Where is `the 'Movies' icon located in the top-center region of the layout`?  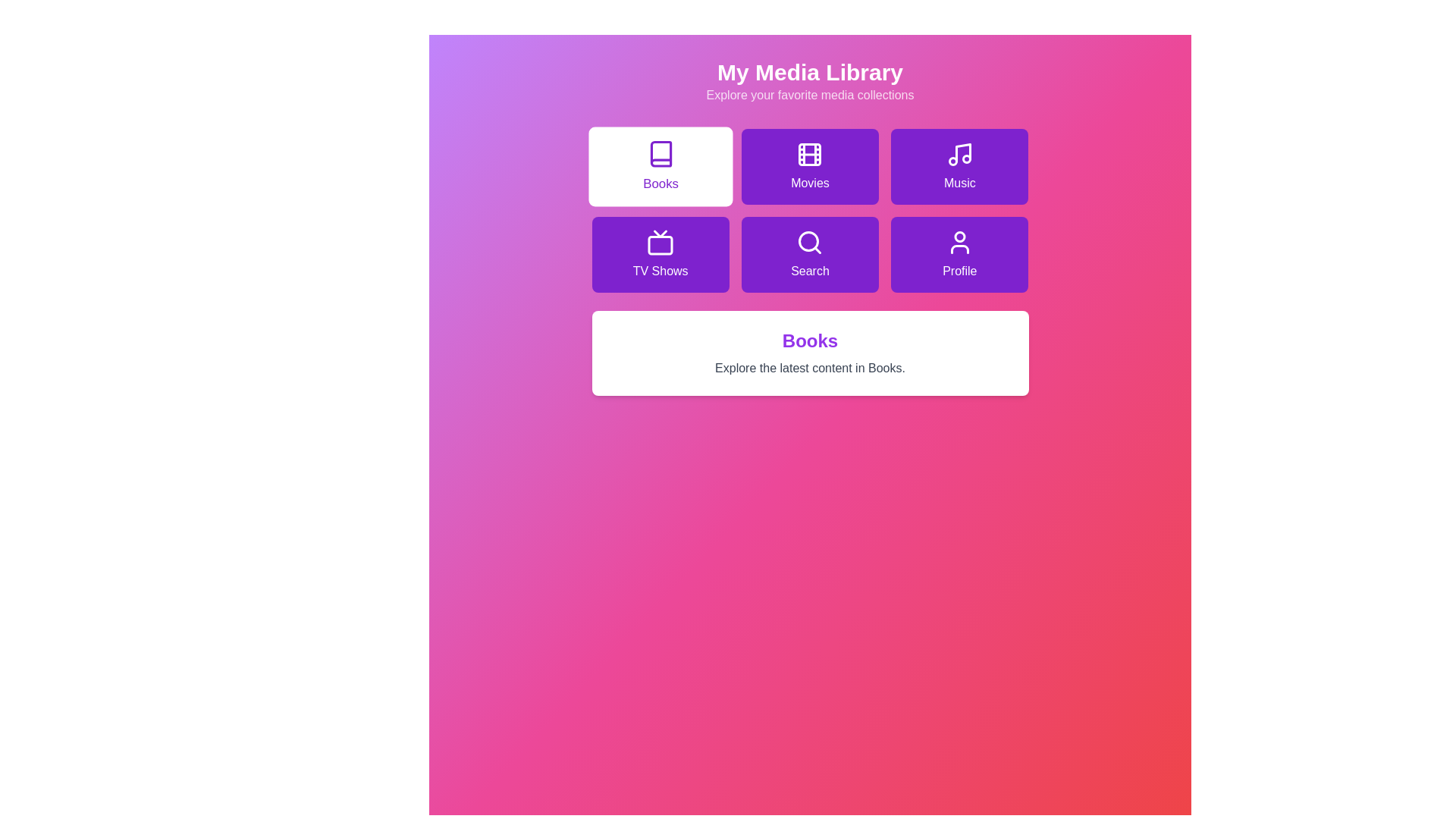
the 'Movies' icon located in the top-center region of the layout is located at coordinates (809, 155).